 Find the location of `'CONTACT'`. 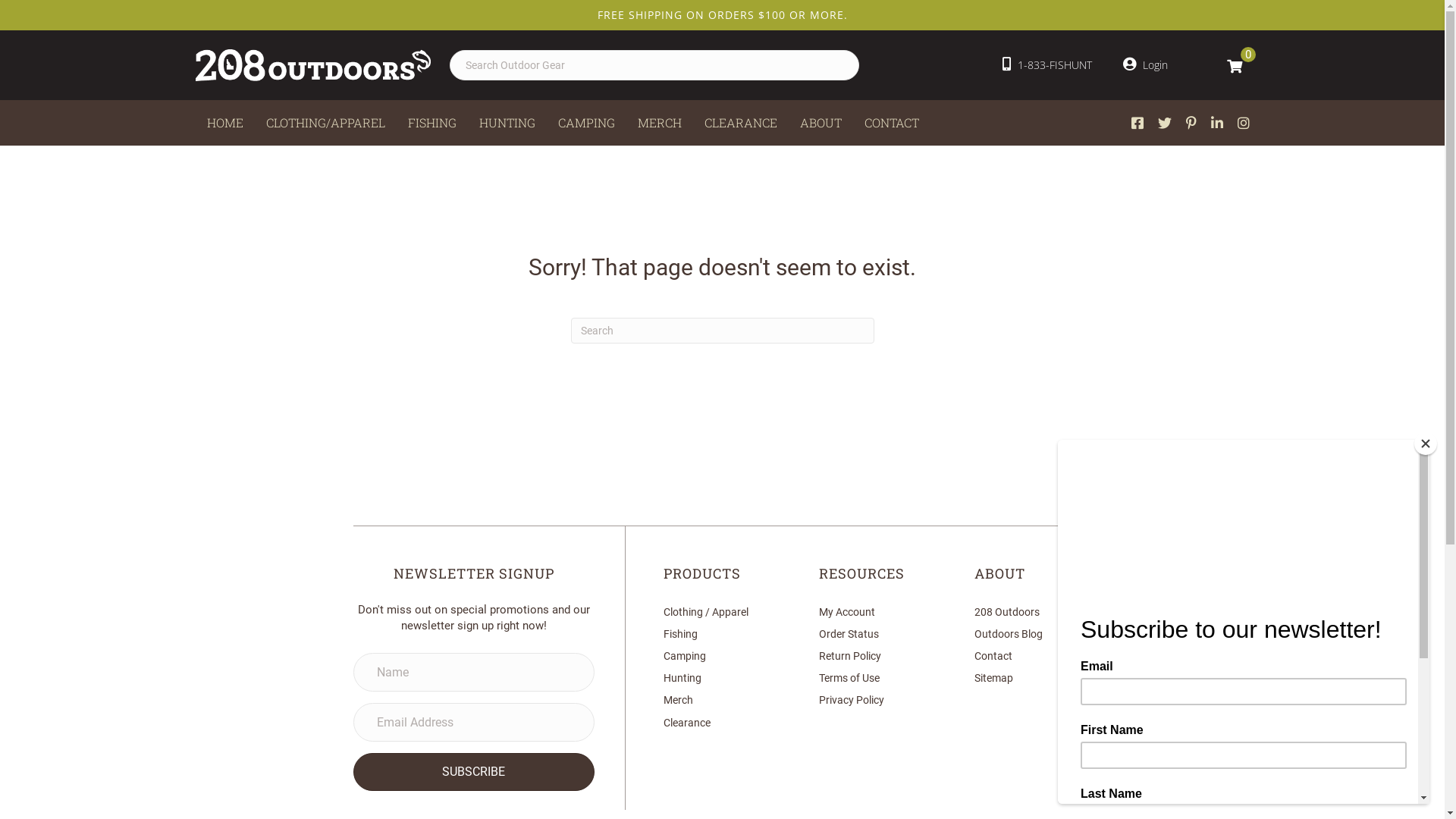

'CONTACT' is located at coordinates (891, 122).